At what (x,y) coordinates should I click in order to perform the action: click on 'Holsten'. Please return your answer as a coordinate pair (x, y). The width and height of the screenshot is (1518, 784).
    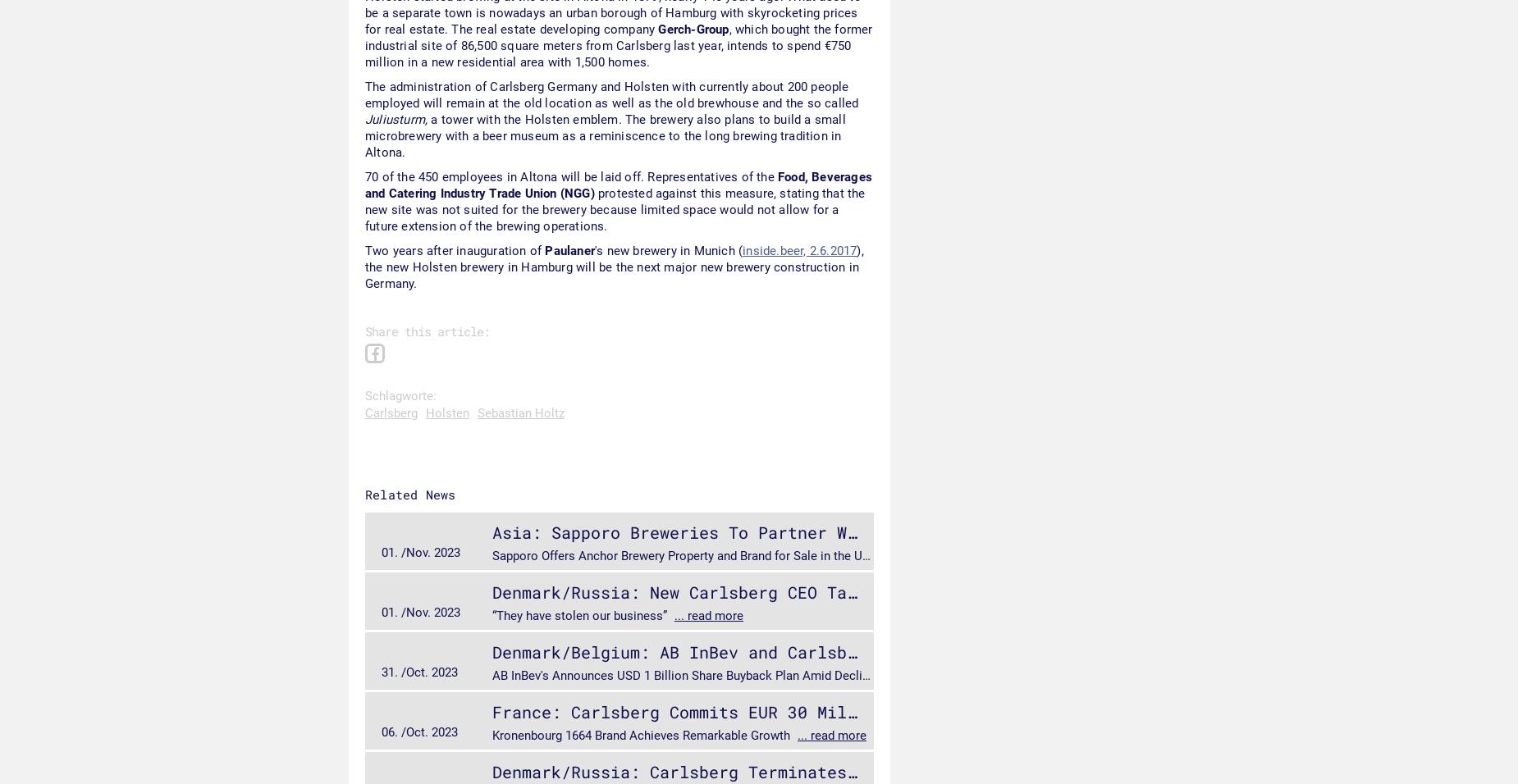
    Looking at the image, I should click on (447, 412).